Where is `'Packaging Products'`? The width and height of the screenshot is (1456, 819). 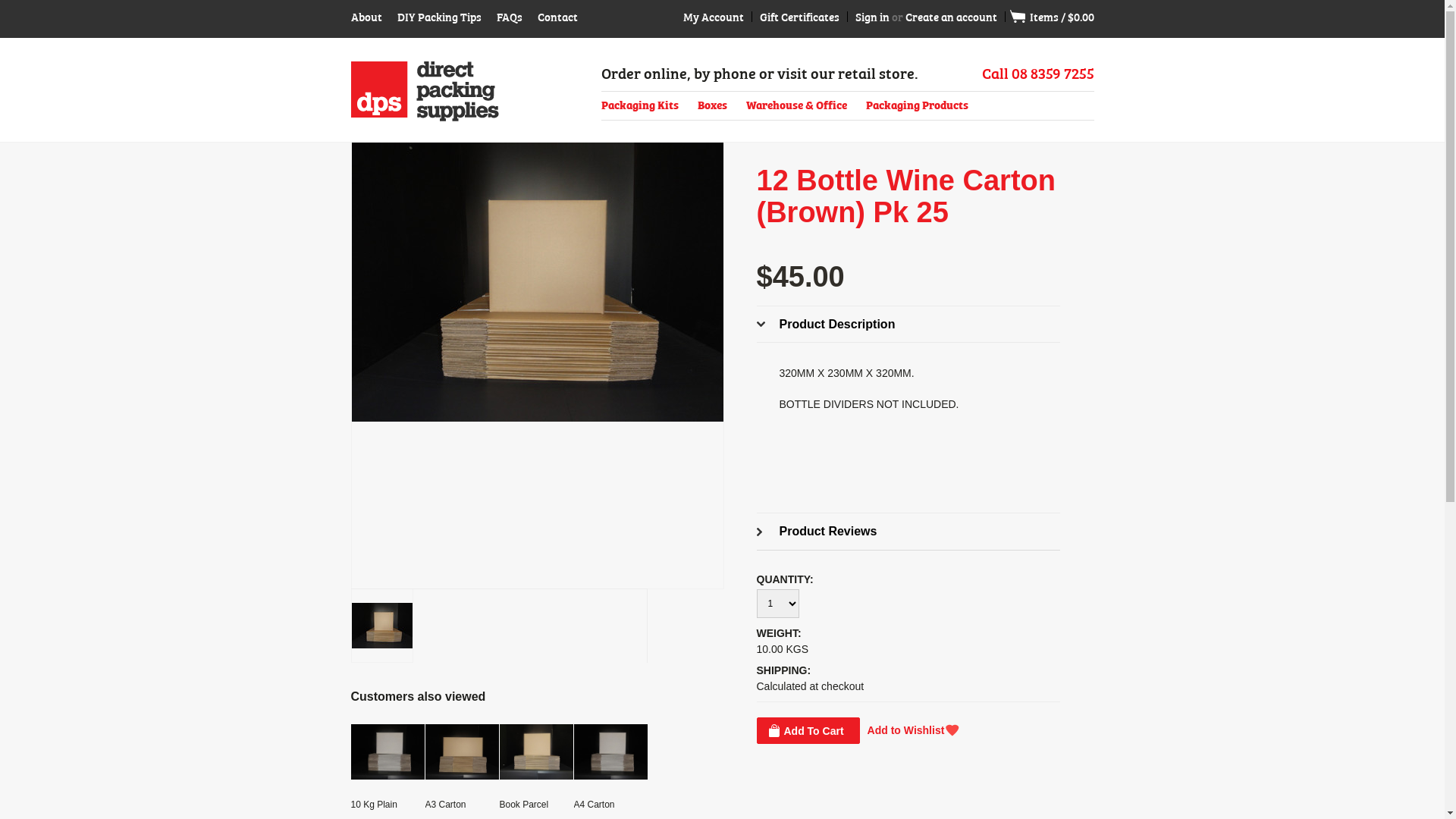 'Packaging Products' is located at coordinates (916, 103).